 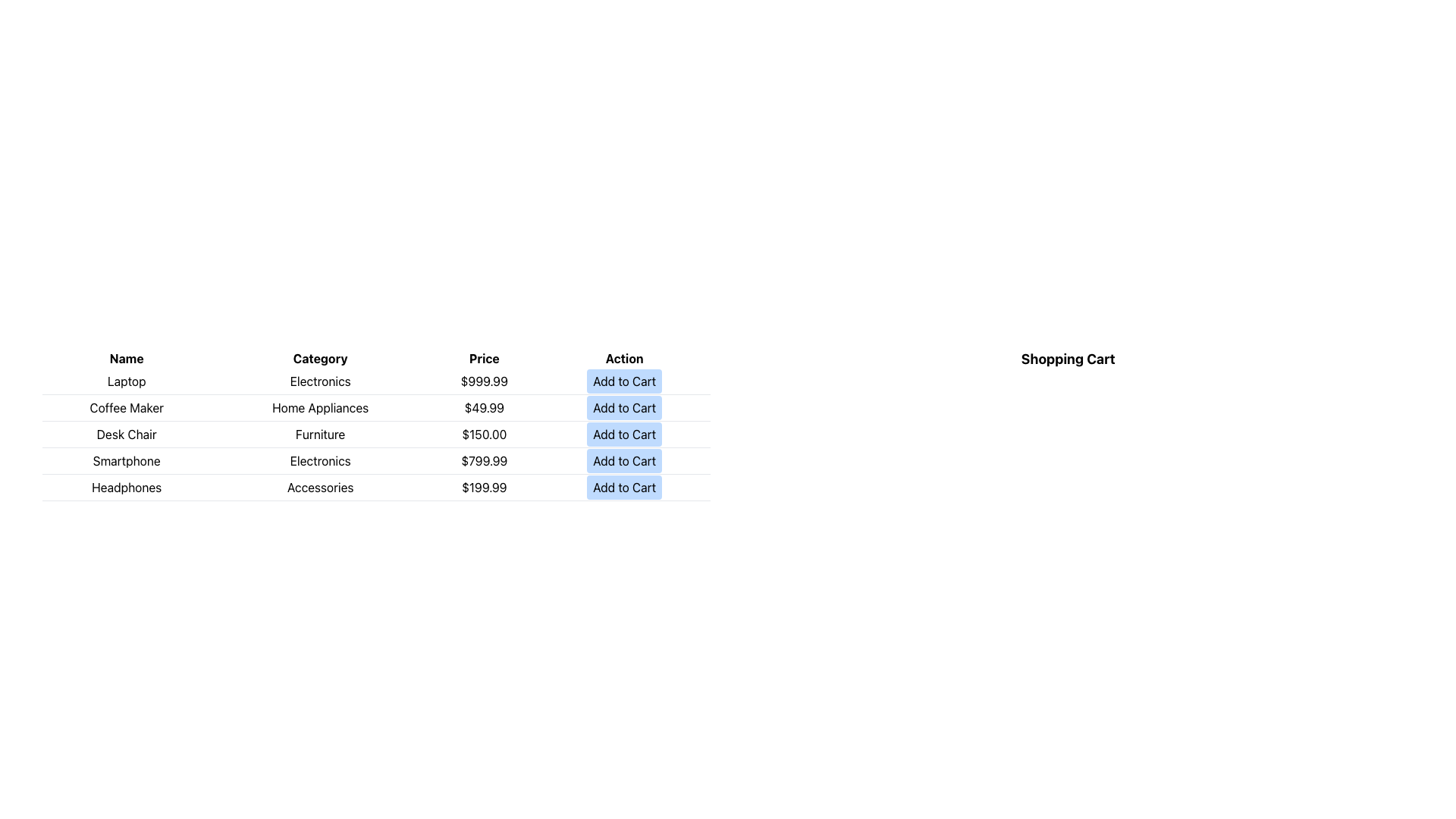 I want to click on on the text label indicating the name of the listed product in the third row under the 'Name' column of the grid layout, so click(x=127, y=435).